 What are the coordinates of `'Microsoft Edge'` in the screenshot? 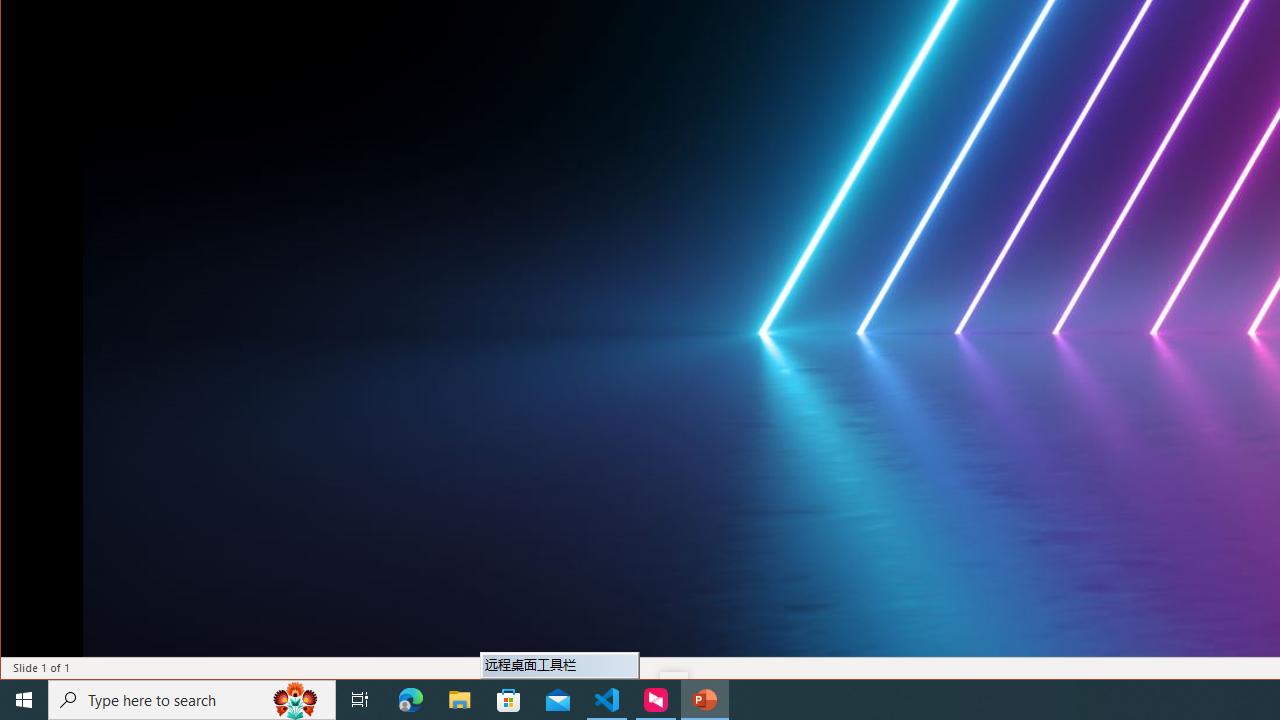 It's located at (410, 698).